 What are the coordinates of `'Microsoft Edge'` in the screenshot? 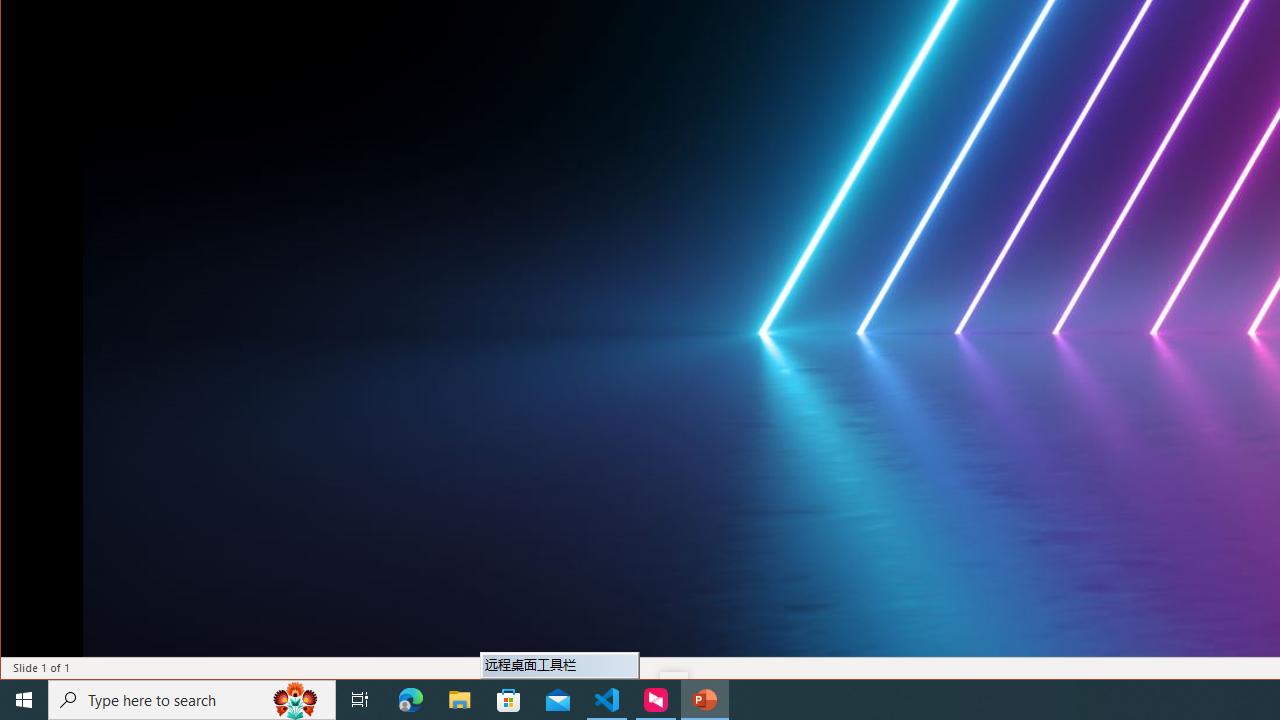 It's located at (410, 698).